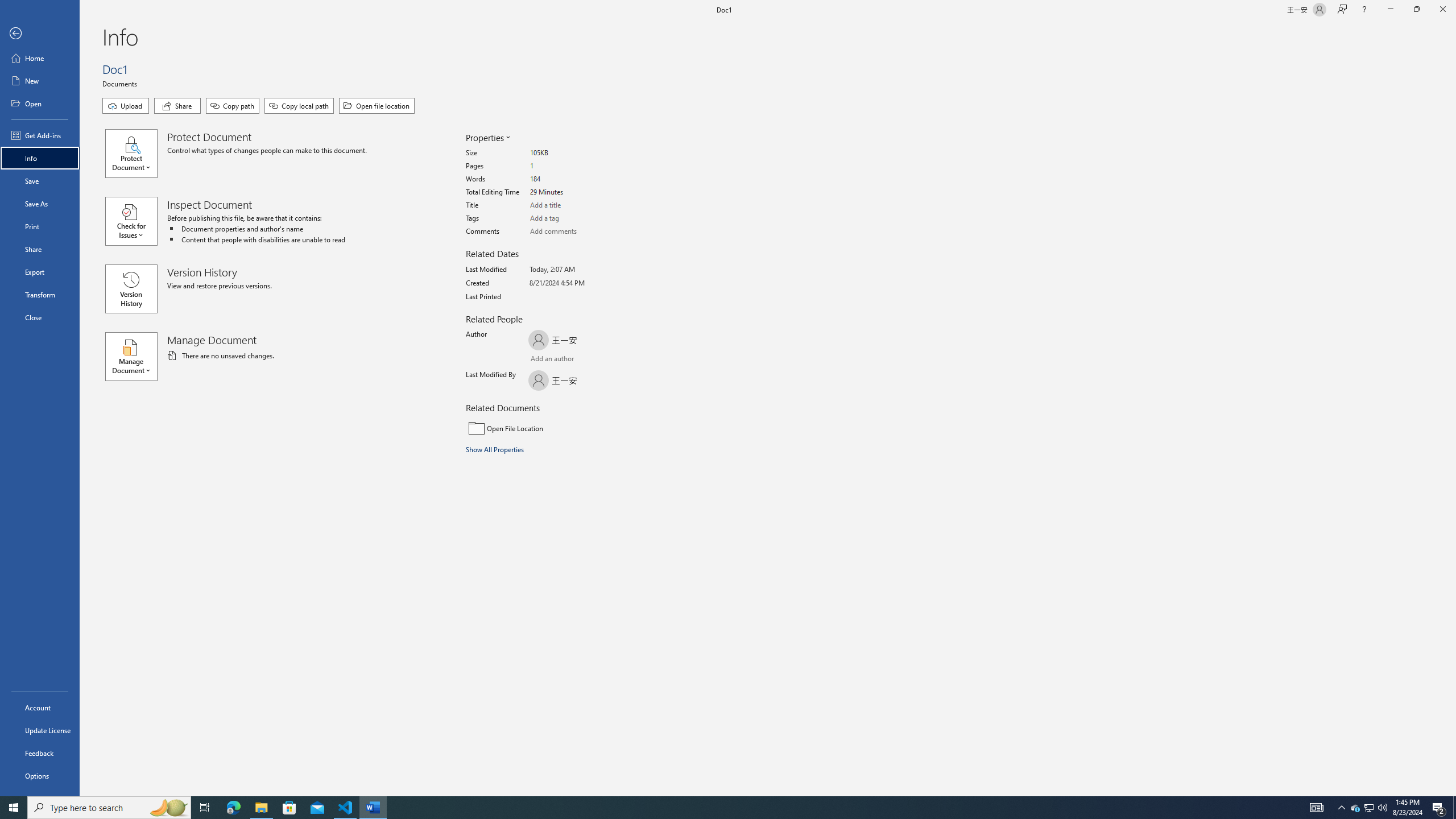 The width and height of the screenshot is (1456, 819). Describe the element at coordinates (559, 359) in the screenshot. I see `'Verify Names'` at that location.